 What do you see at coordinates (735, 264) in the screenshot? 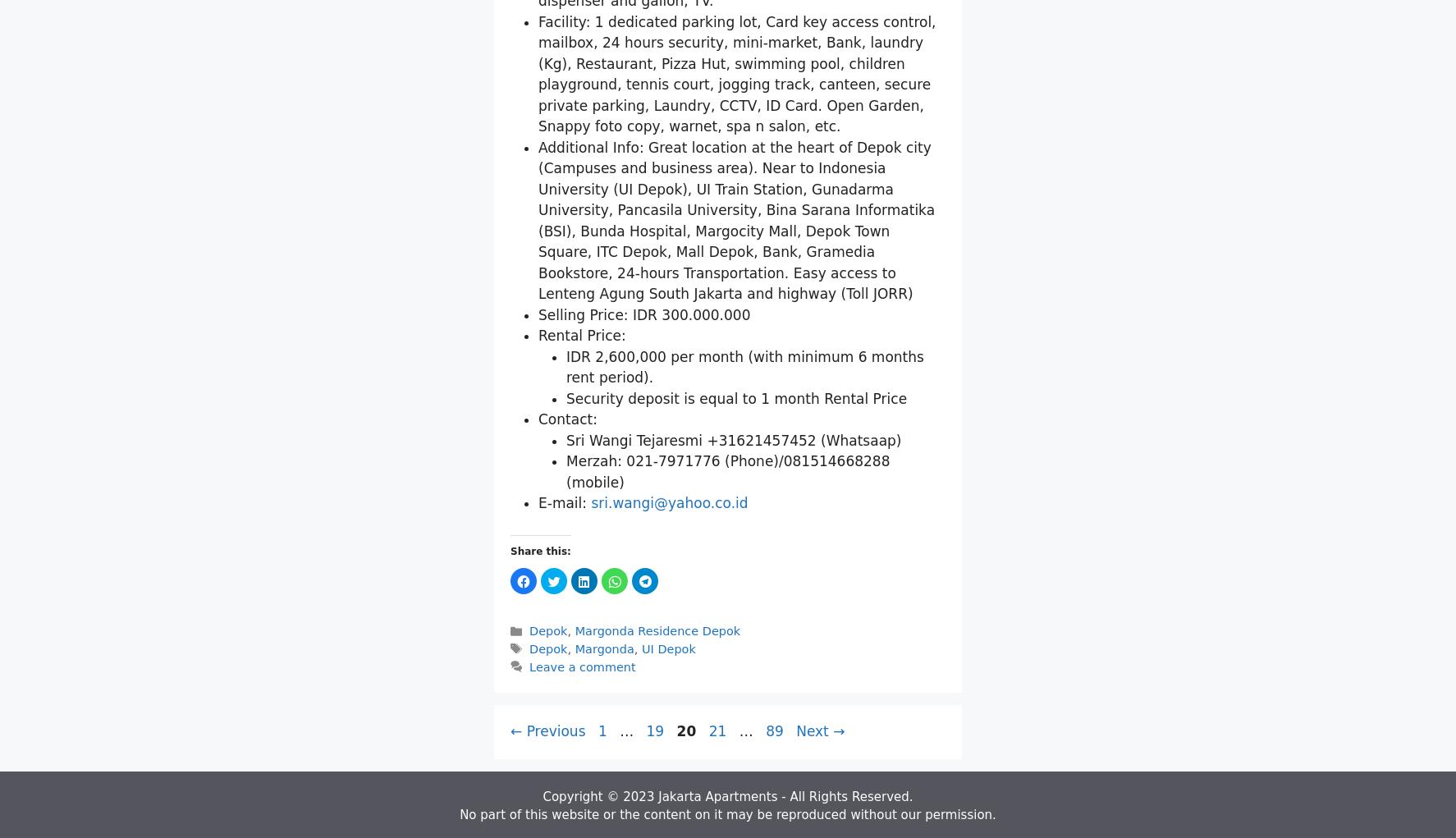
I see `'Facility: 1 dedicated parking lot, Card key access control, mailbox, 24 hours security, mini-market, Bank, laundry (Kg), Restaurant, Pizza Hut, swimming pool, children playground, tennis court, jogging track, canteen, secure private parking, Laundry, CCTV, ID Card. Open Garden, Snappy foto copy, warnet, spa n salon, etc.'` at bounding box center [735, 264].